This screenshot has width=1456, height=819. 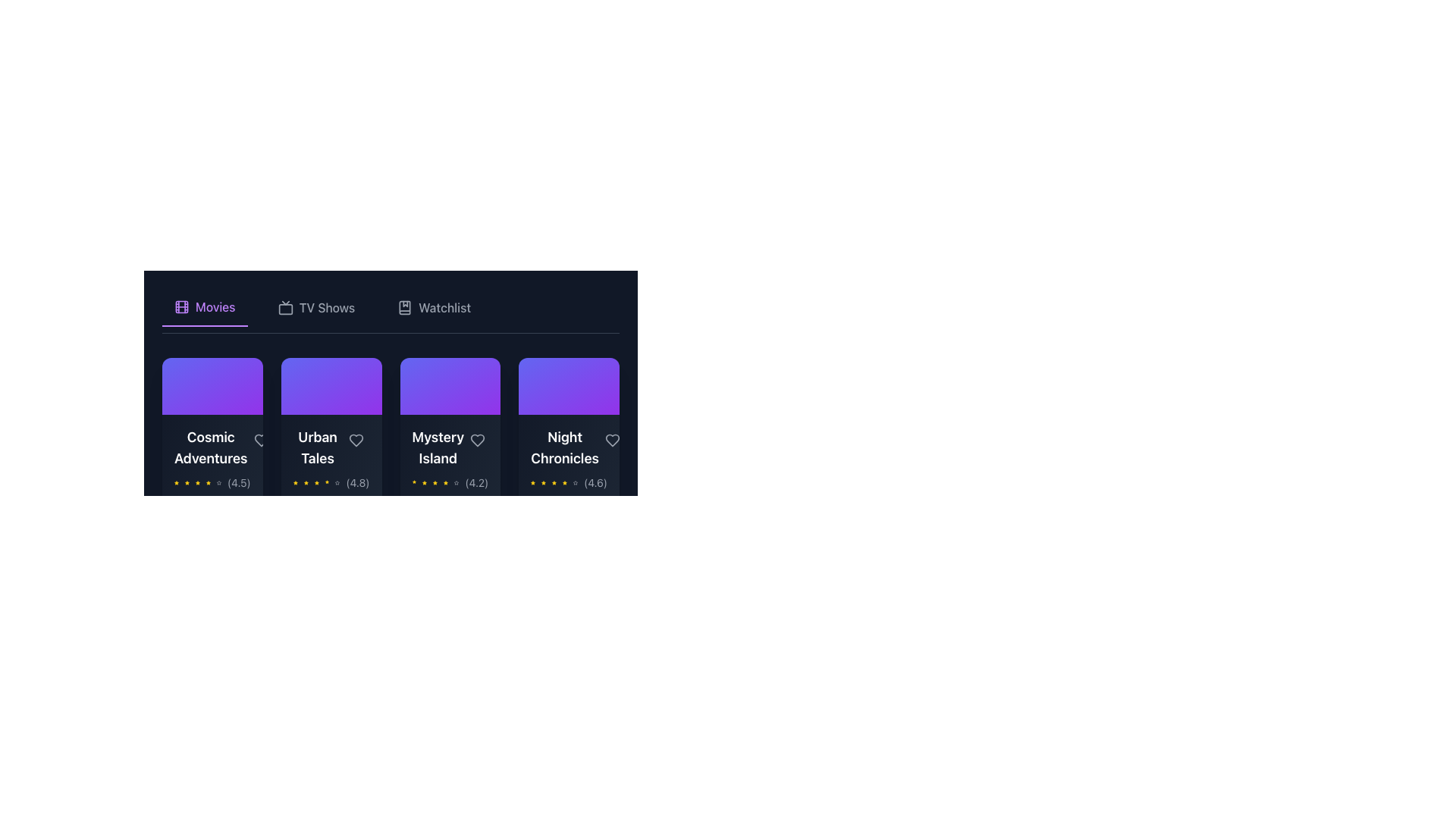 What do you see at coordinates (568, 385) in the screenshot?
I see `the Decorative background area of the 'Night Chronicles' card, which is a rectangular gradient area transitioning from indigo to purple, located at the upper section and rightmost among the horizontal list of cards` at bounding box center [568, 385].